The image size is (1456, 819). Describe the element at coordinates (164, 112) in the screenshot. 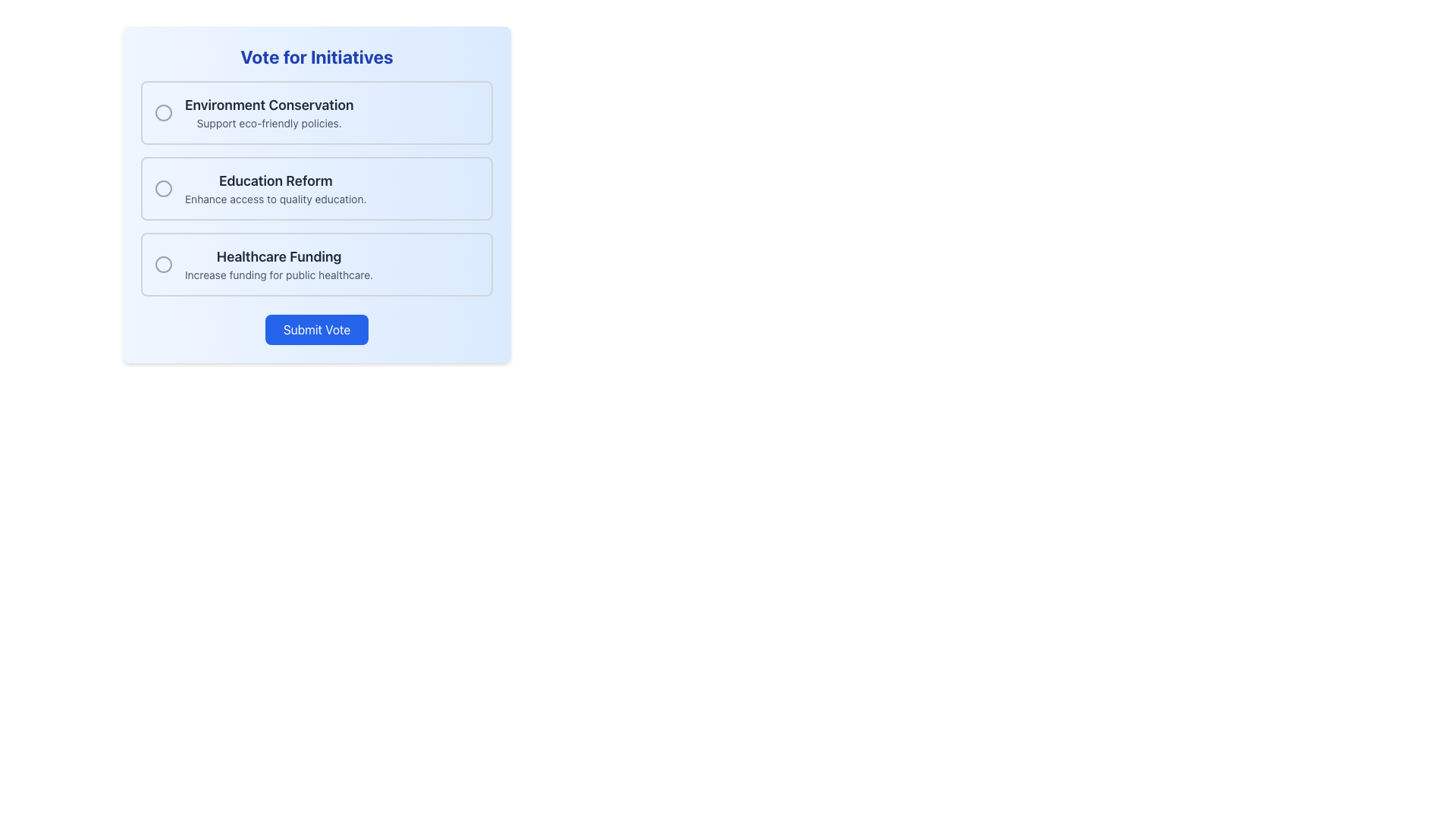

I see `the circular radio button styled as an empty circle with a gray border located to the left of the text 'Environment Conservation'` at that location.